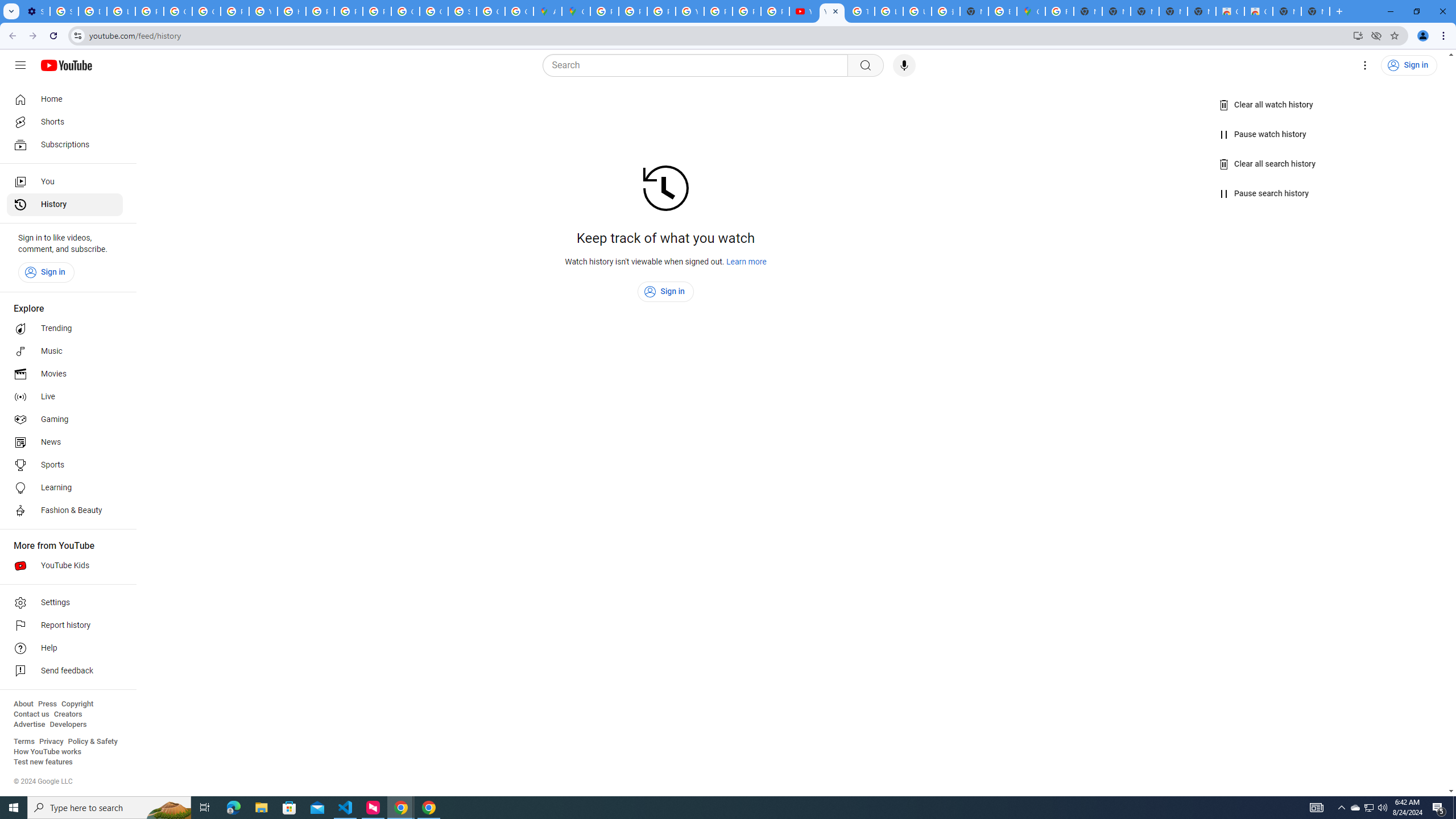 The height and width of the screenshot is (819, 1456). What do you see at coordinates (804, 11) in the screenshot?
I see `'YouTube'` at bounding box center [804, 11].